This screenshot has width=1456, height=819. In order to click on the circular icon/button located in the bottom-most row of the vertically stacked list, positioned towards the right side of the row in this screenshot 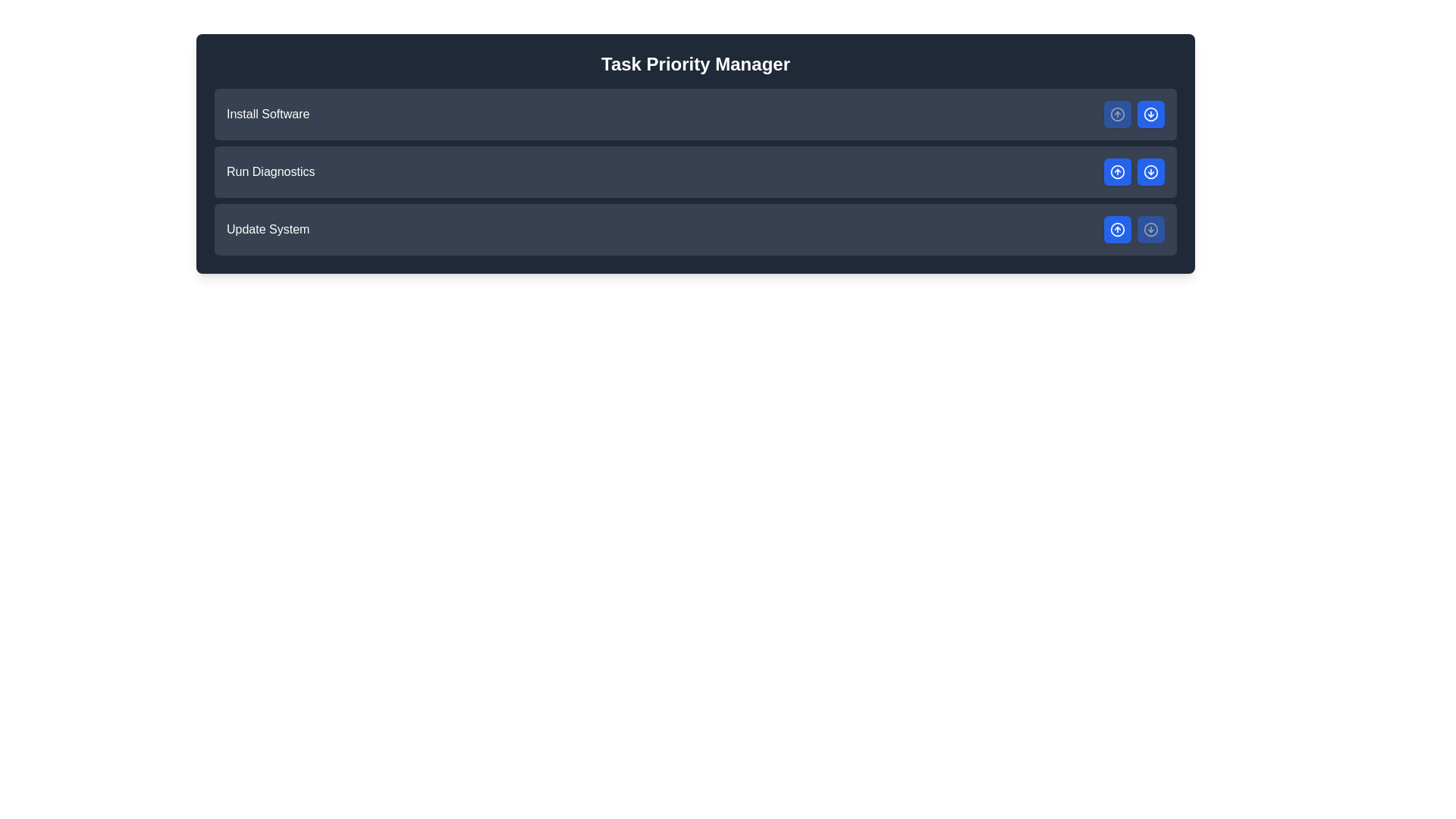, I will do `click(1150, 230)`.